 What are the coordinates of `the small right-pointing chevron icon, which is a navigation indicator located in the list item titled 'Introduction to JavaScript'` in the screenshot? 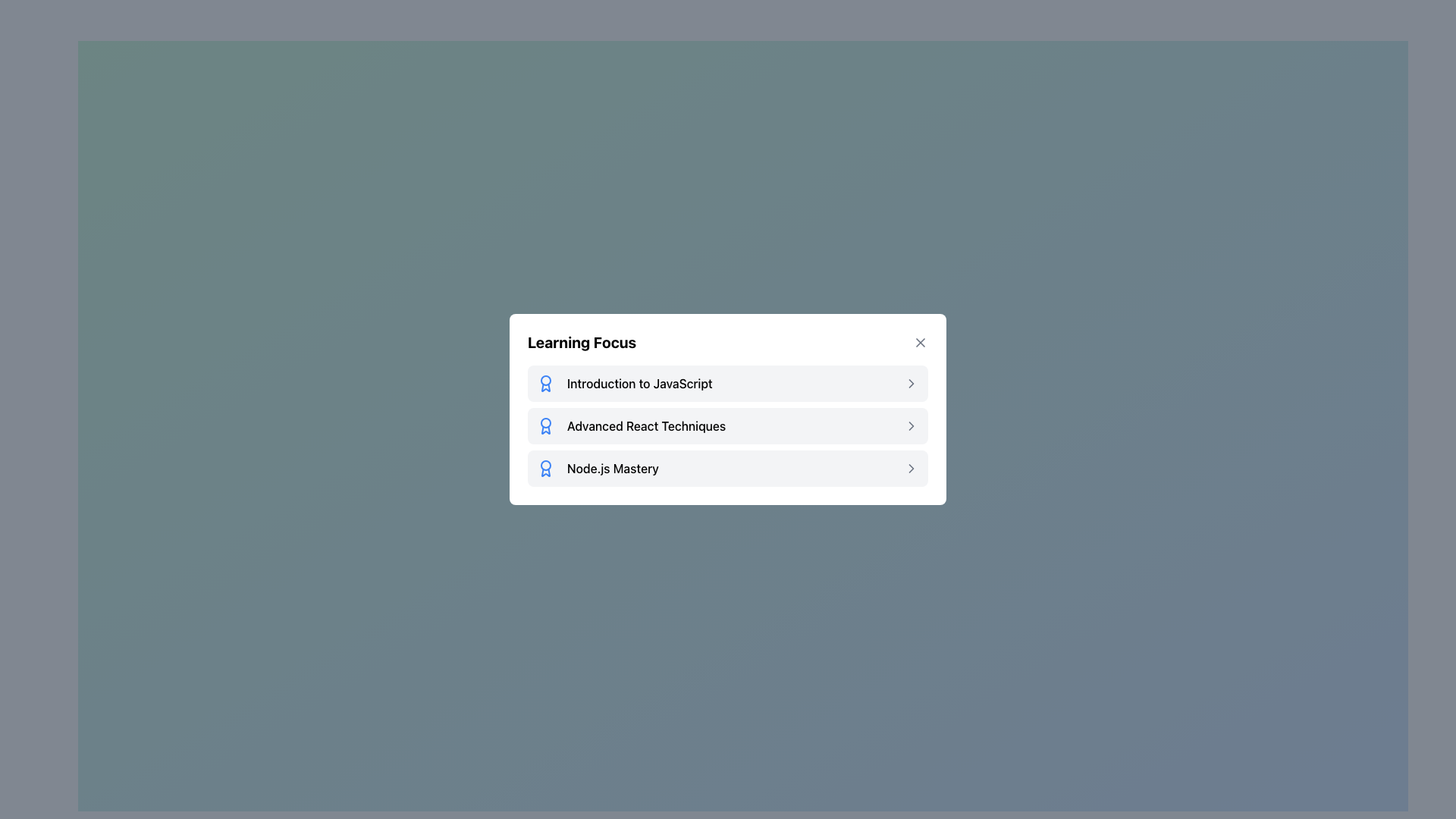 It's located at (910, 382).